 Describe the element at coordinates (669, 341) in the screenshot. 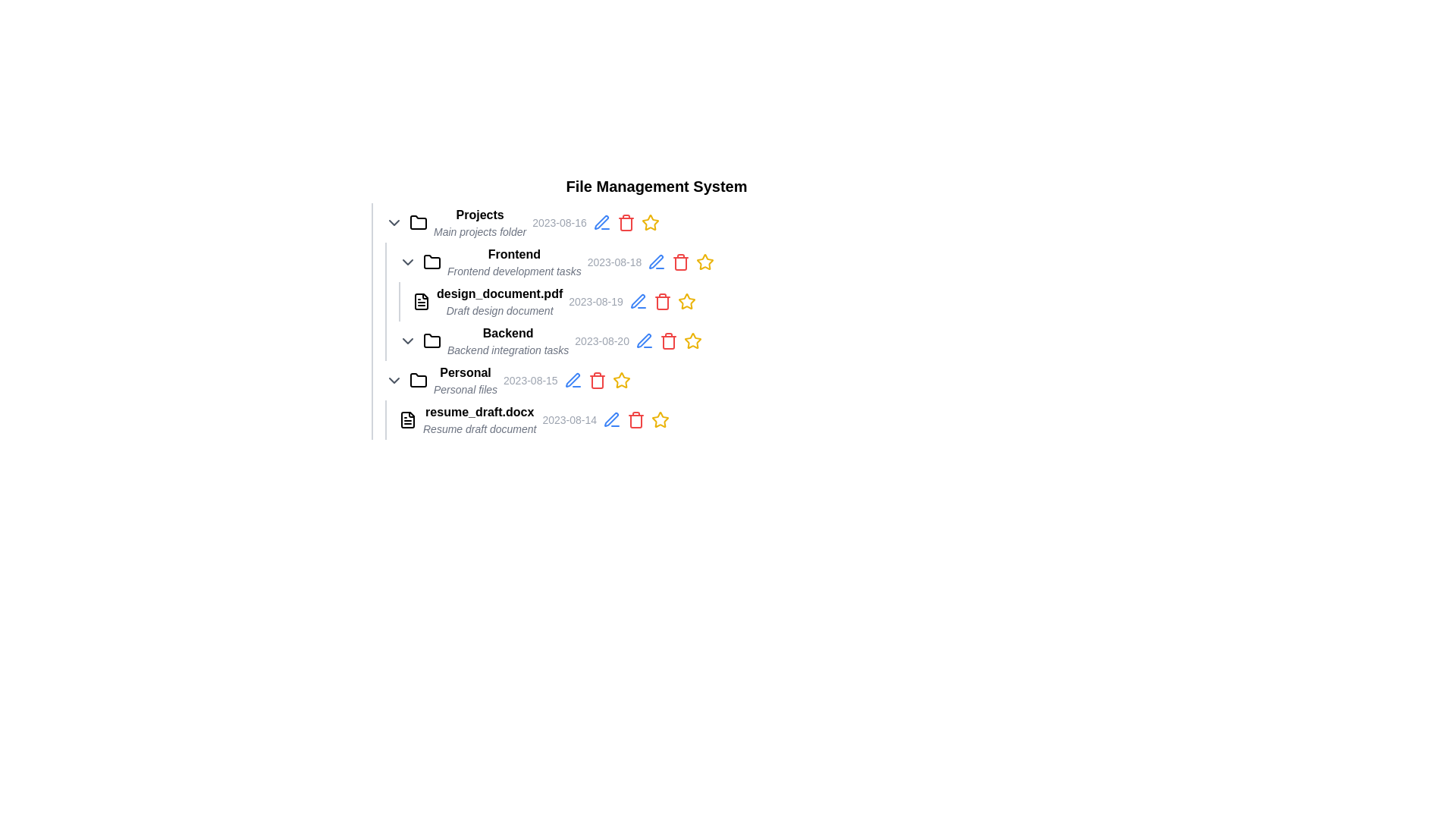

I see `the yellow star icon in the 'Backend' folder item to mark it as favorite` at that location.